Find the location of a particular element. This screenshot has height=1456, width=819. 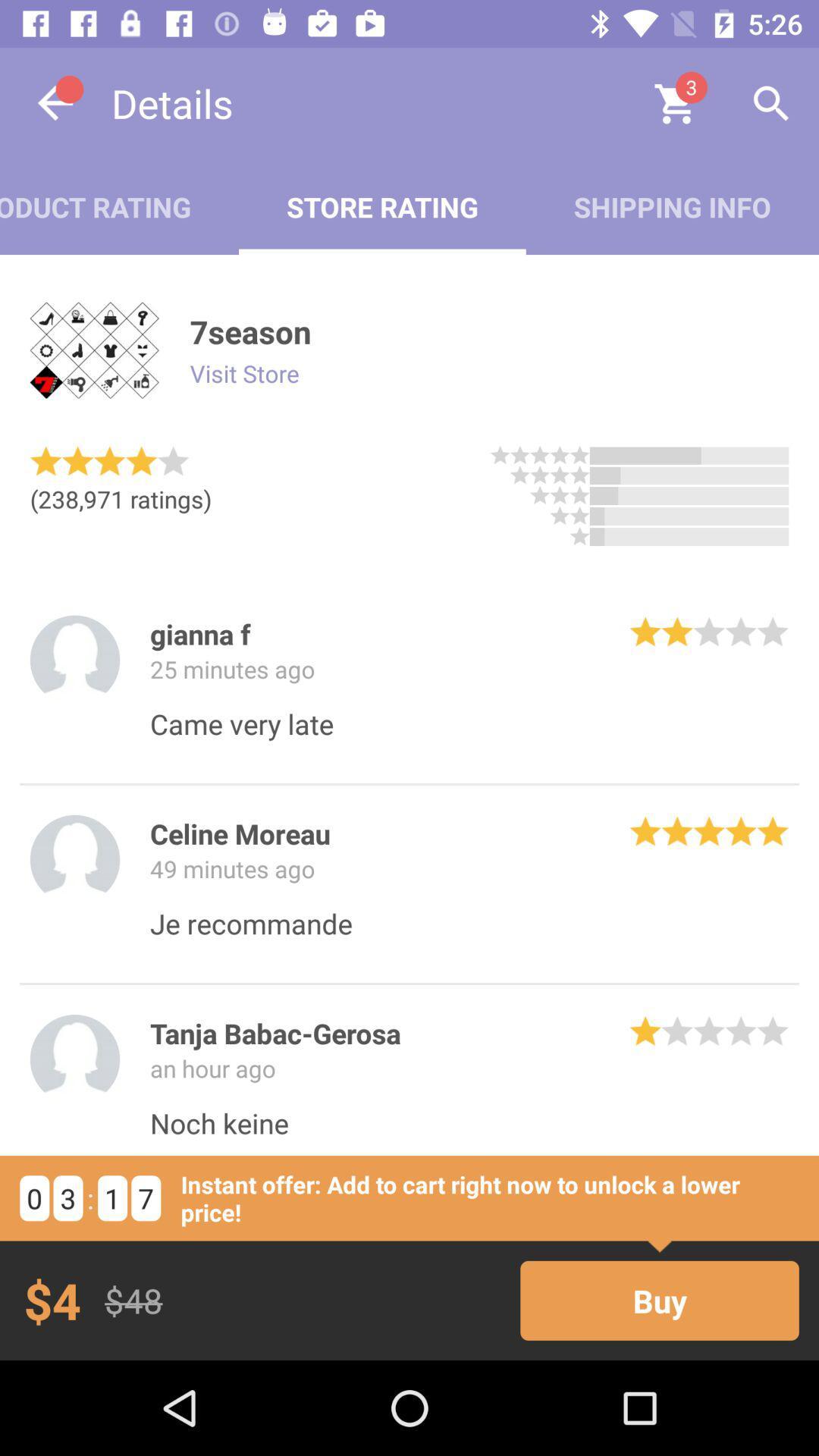

the store rating is located at coordinates (381, 206).